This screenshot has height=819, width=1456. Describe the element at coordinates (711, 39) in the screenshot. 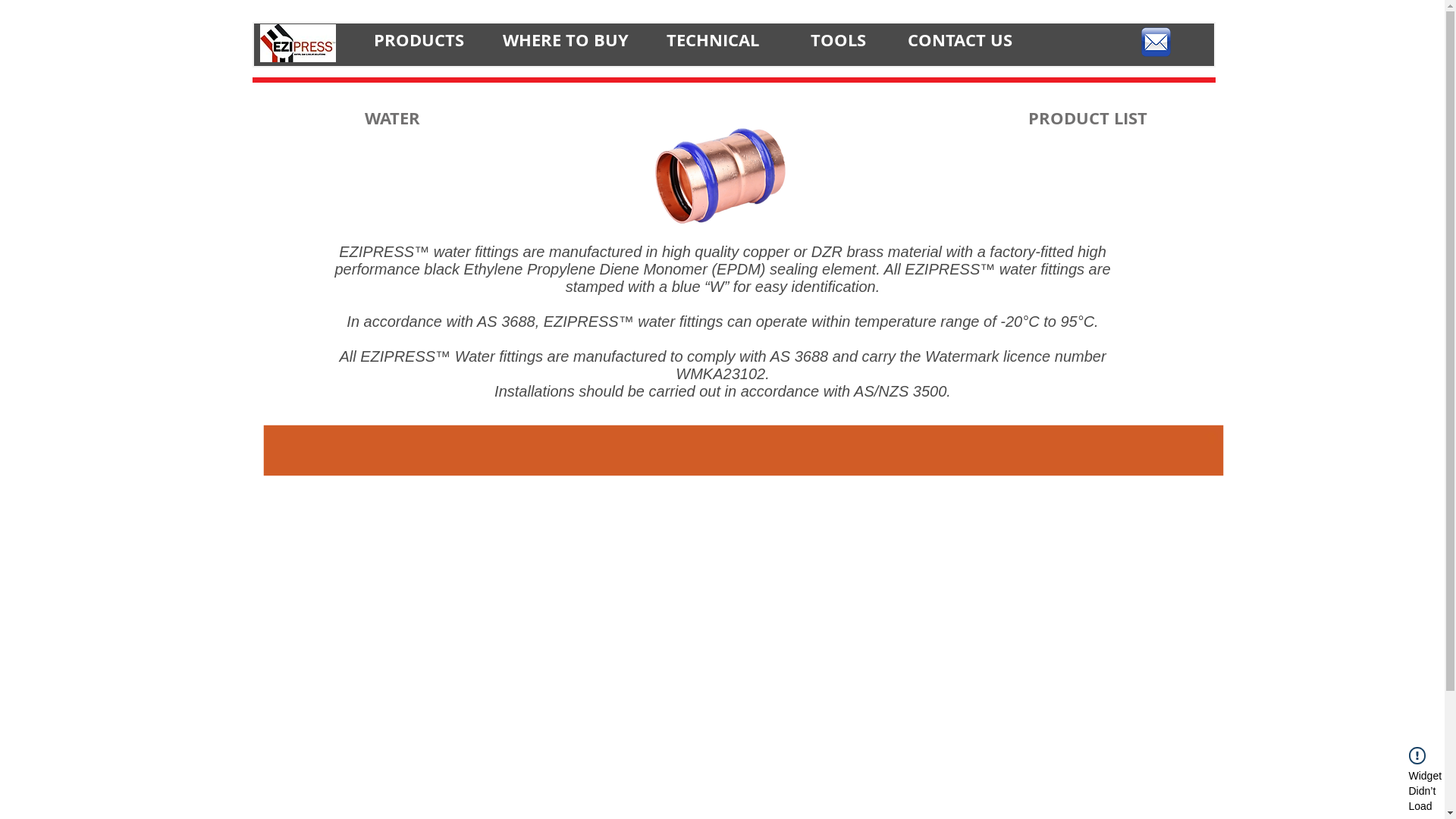

I see `'TECHNICAL'` at that location.